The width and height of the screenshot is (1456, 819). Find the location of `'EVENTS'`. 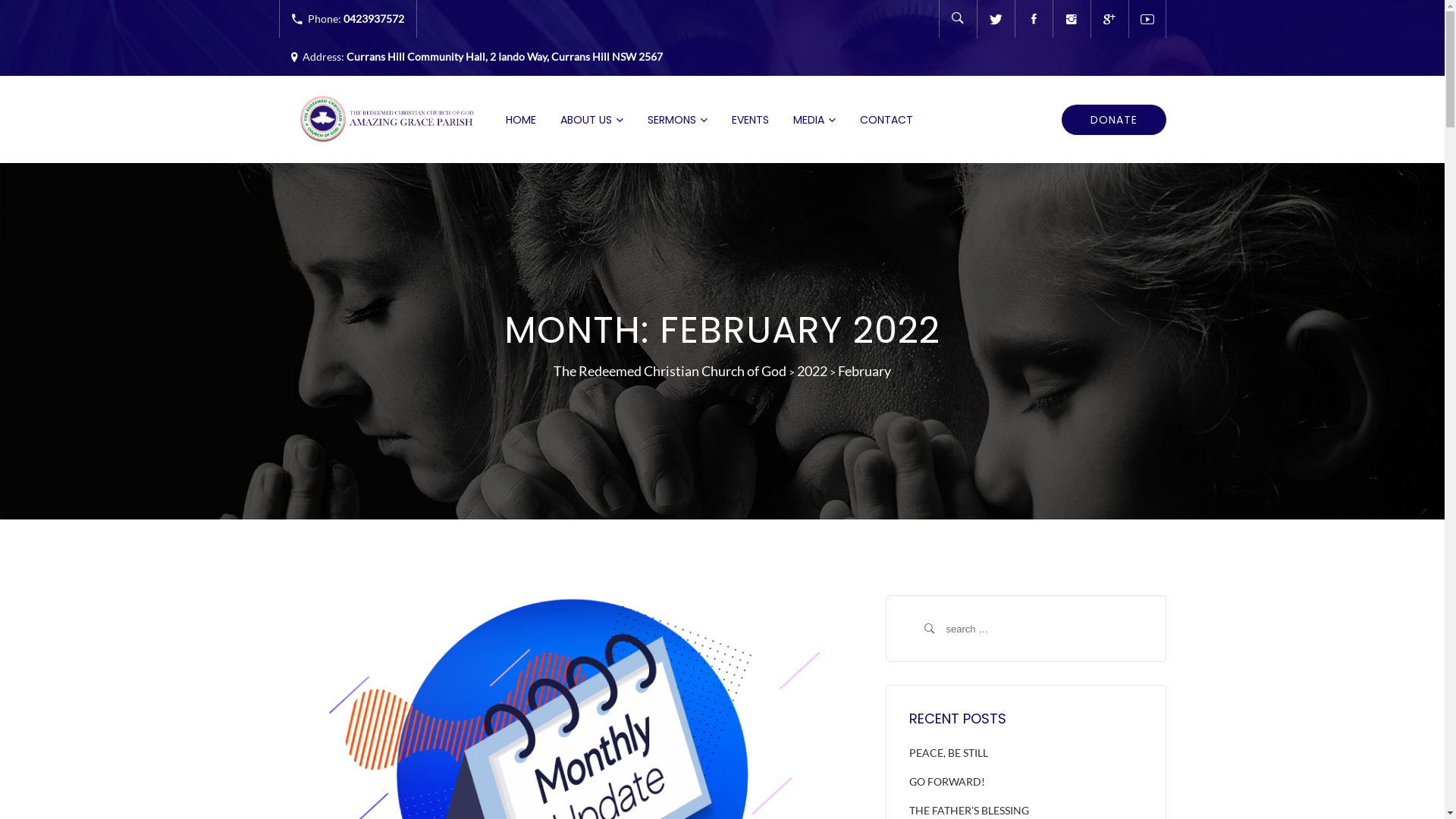

'EVENTS' is located at coordinates (749, 119).